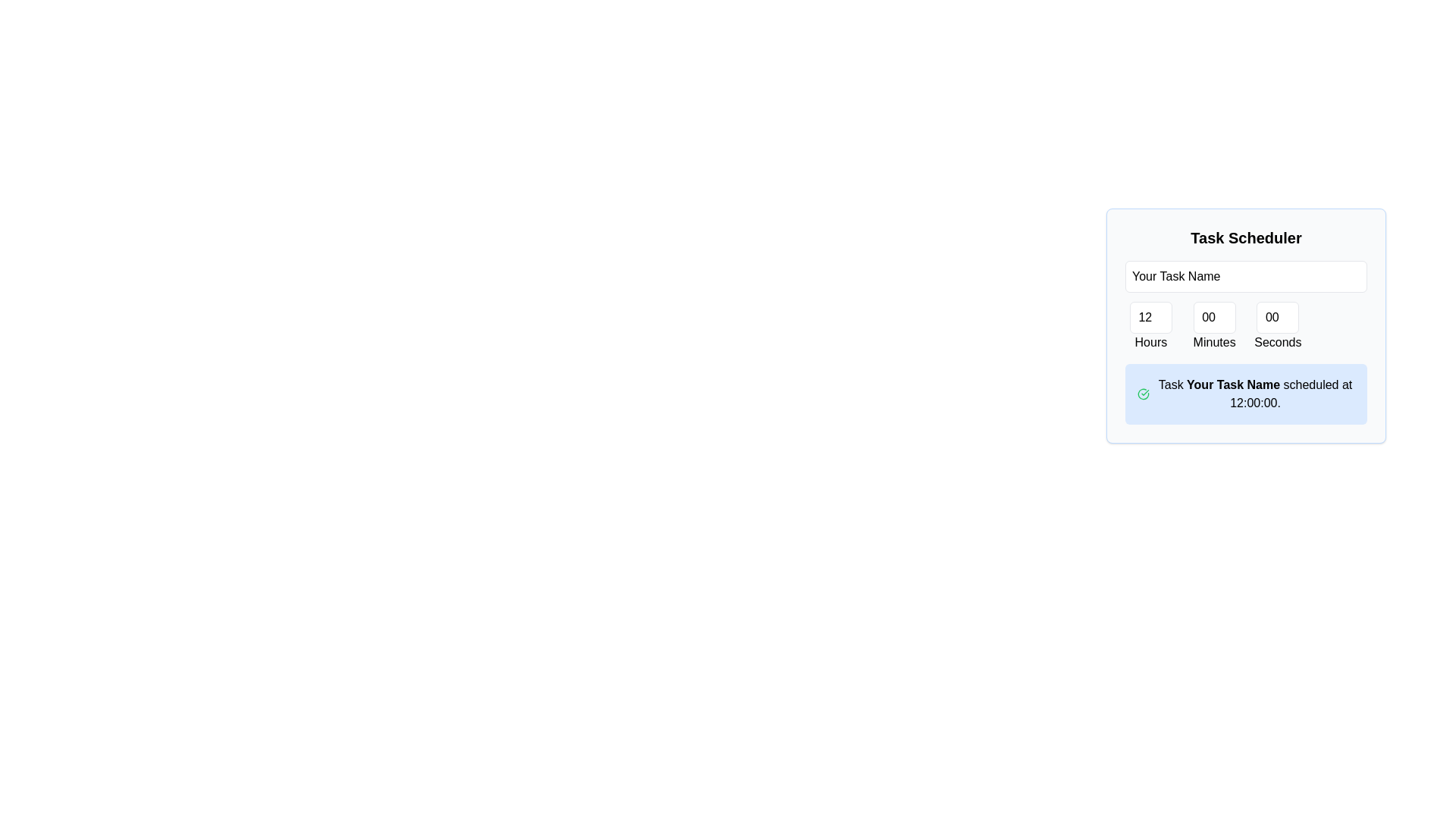 This screenshot has height=819, width=1456. I want to click on green circular icon with a checkmark located to the far left of the text 'Task Your Task Name scheduled at 12:00:00.', so click(1143, 394).